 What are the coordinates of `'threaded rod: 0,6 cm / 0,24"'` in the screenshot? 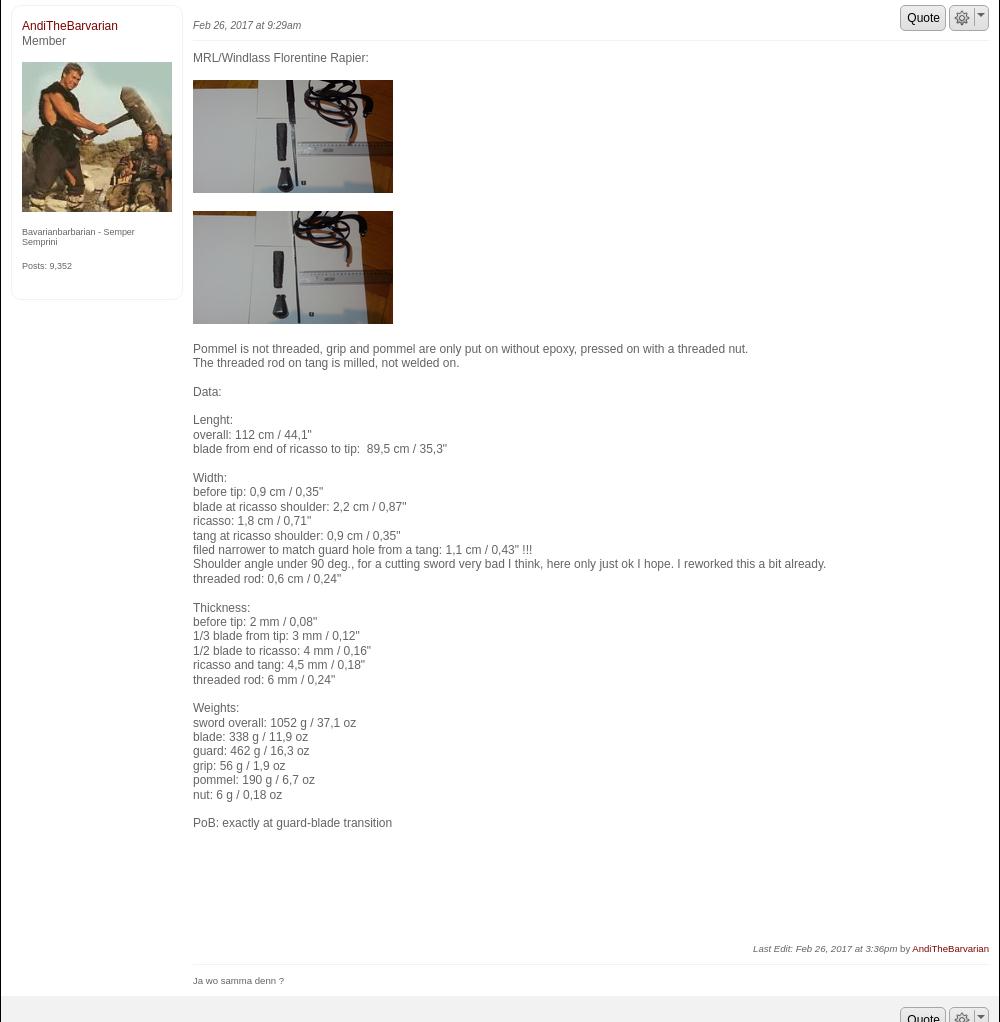 It's located at (267, 578).